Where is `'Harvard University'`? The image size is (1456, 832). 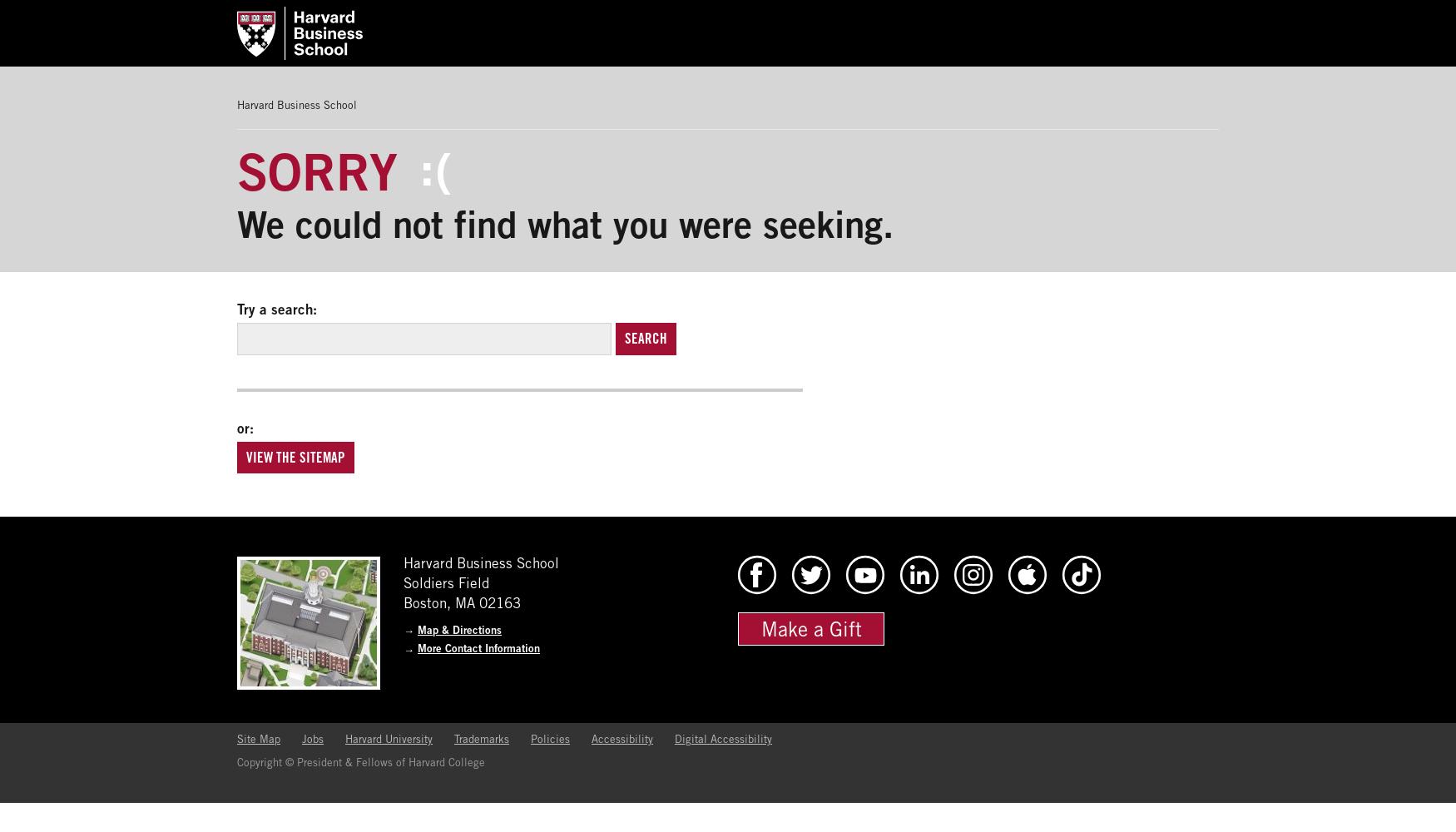 'Harvard University' is located at coordinates (389, 739).